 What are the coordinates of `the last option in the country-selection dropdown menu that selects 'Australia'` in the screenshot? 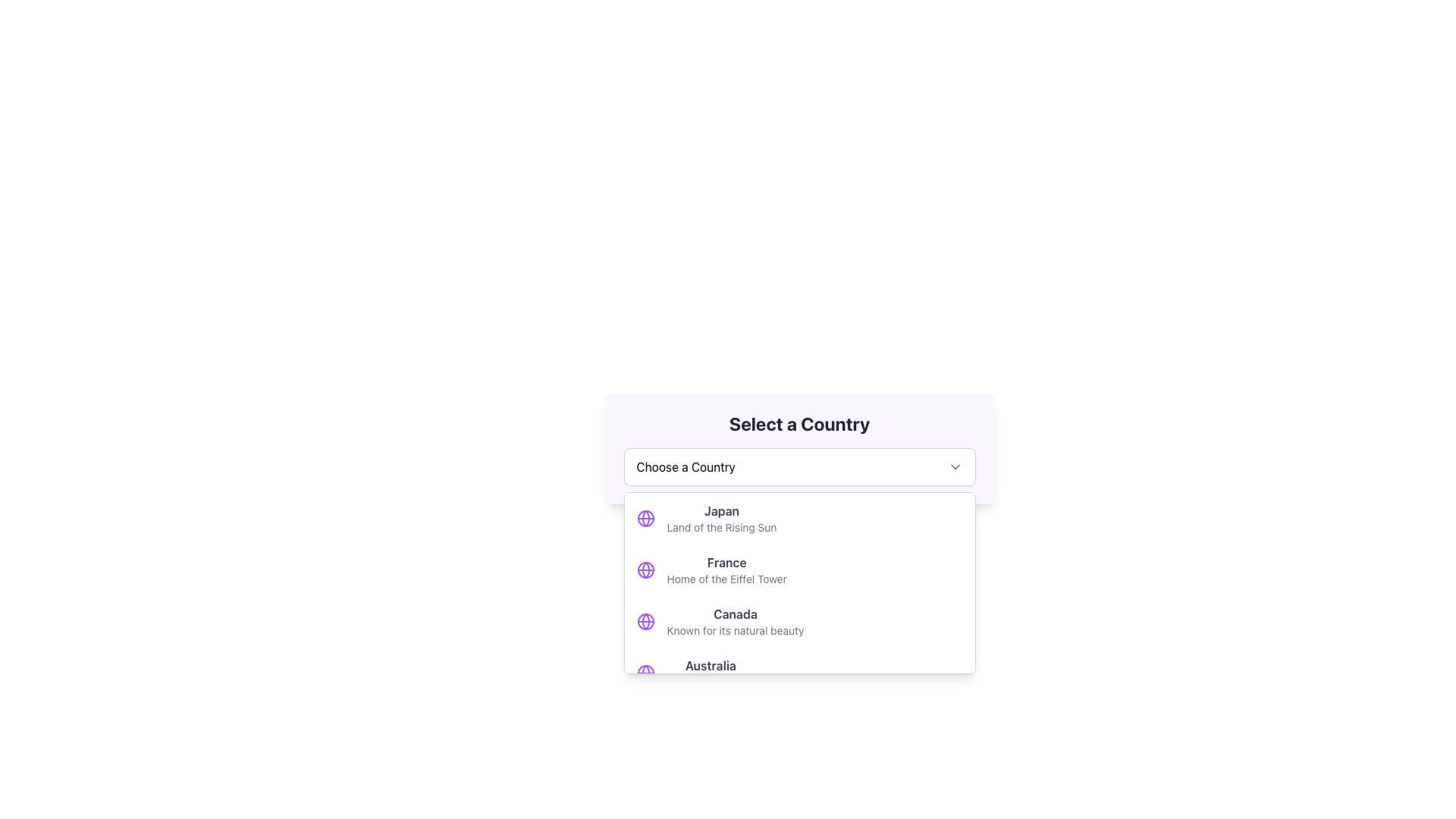 It's located at (710, 672).